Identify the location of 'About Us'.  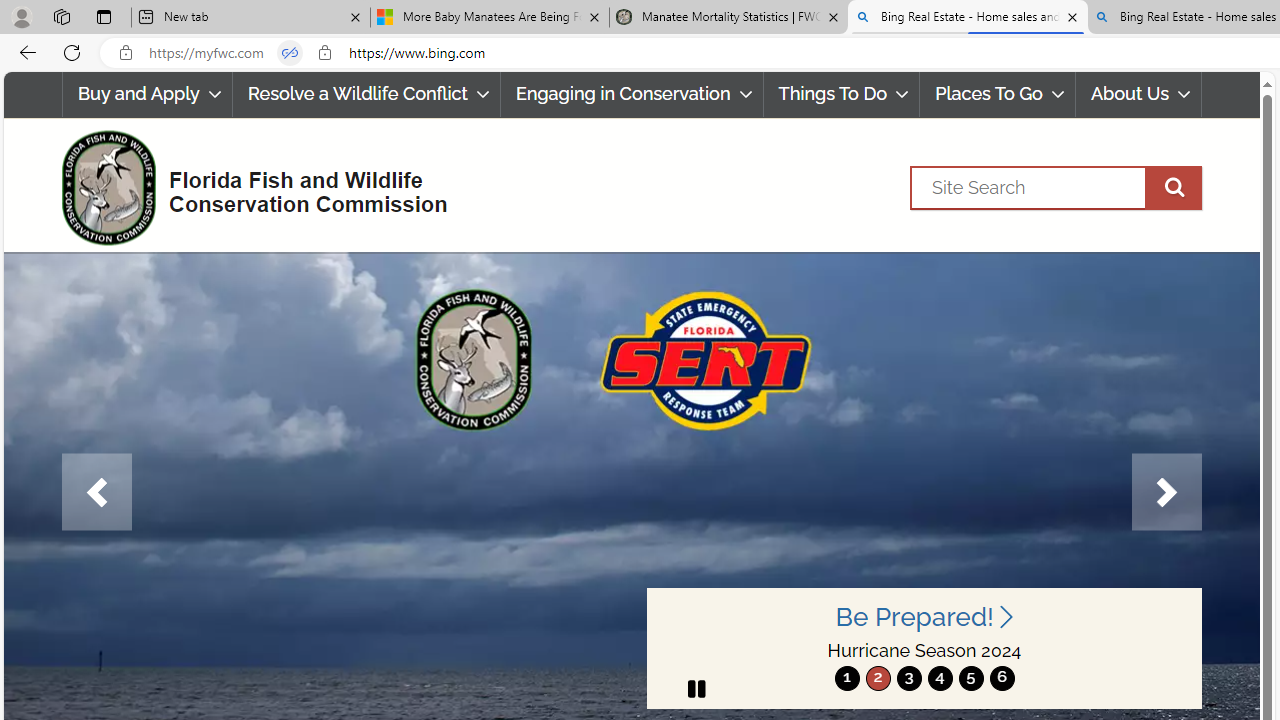
(1139, 94).